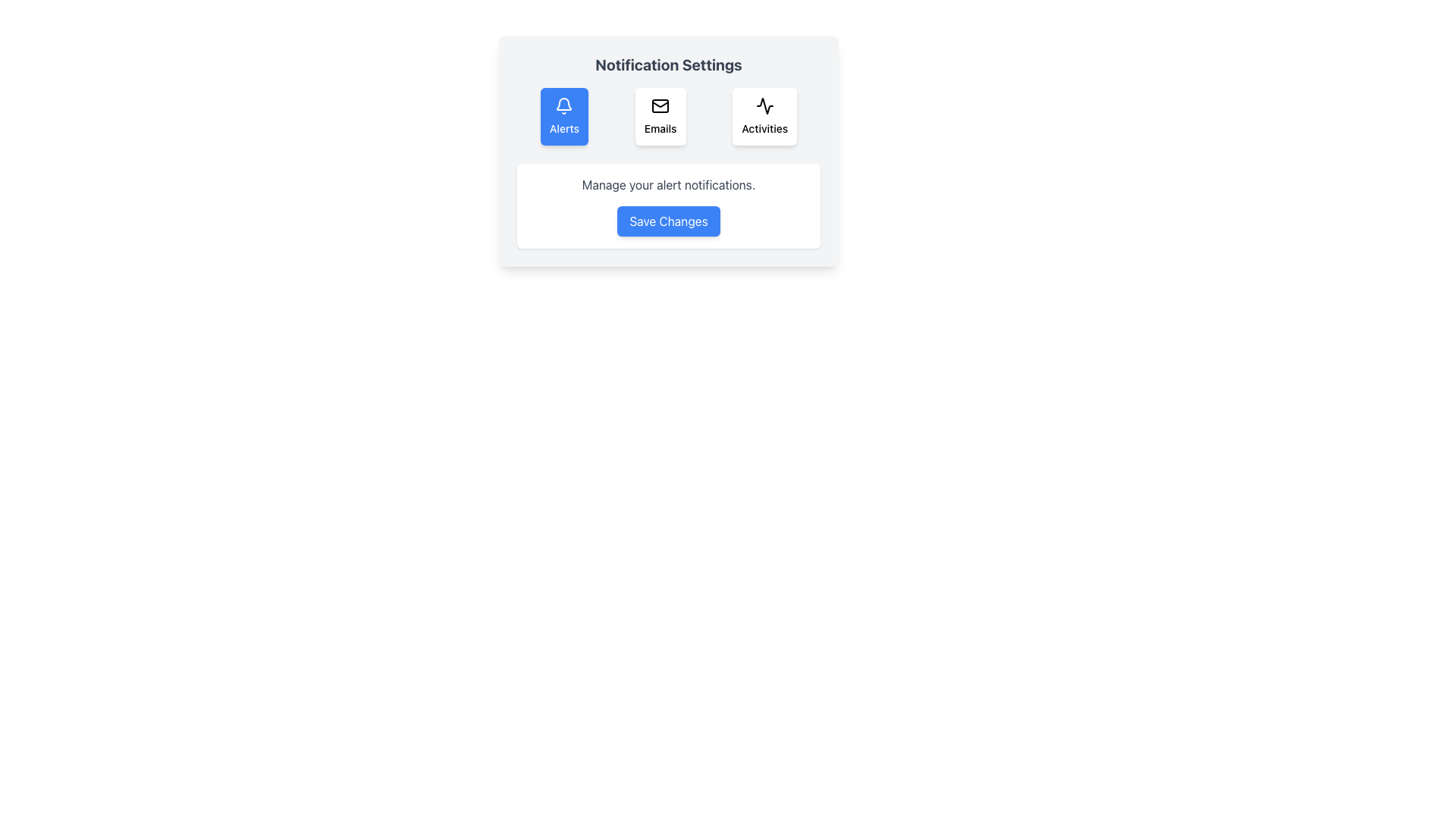 The height and width of the screenshot is (819, 1456). Describe the element at coordinates (661, 105) in the screenshot. I see `the envelope icon that represents the email notification feature, located at the top of the 'Emails' button in the Notification Settings` at that location.